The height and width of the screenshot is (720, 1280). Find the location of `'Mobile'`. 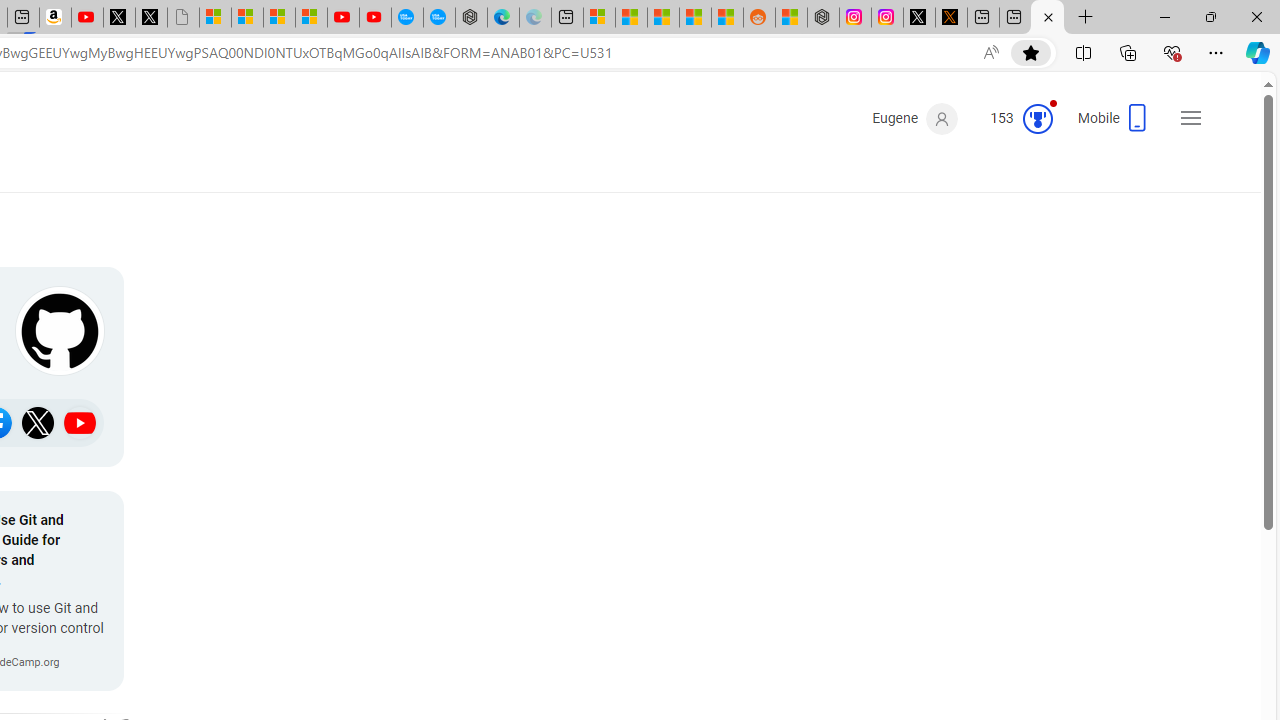

'Mobile' is located at coordinates (1113, 124).